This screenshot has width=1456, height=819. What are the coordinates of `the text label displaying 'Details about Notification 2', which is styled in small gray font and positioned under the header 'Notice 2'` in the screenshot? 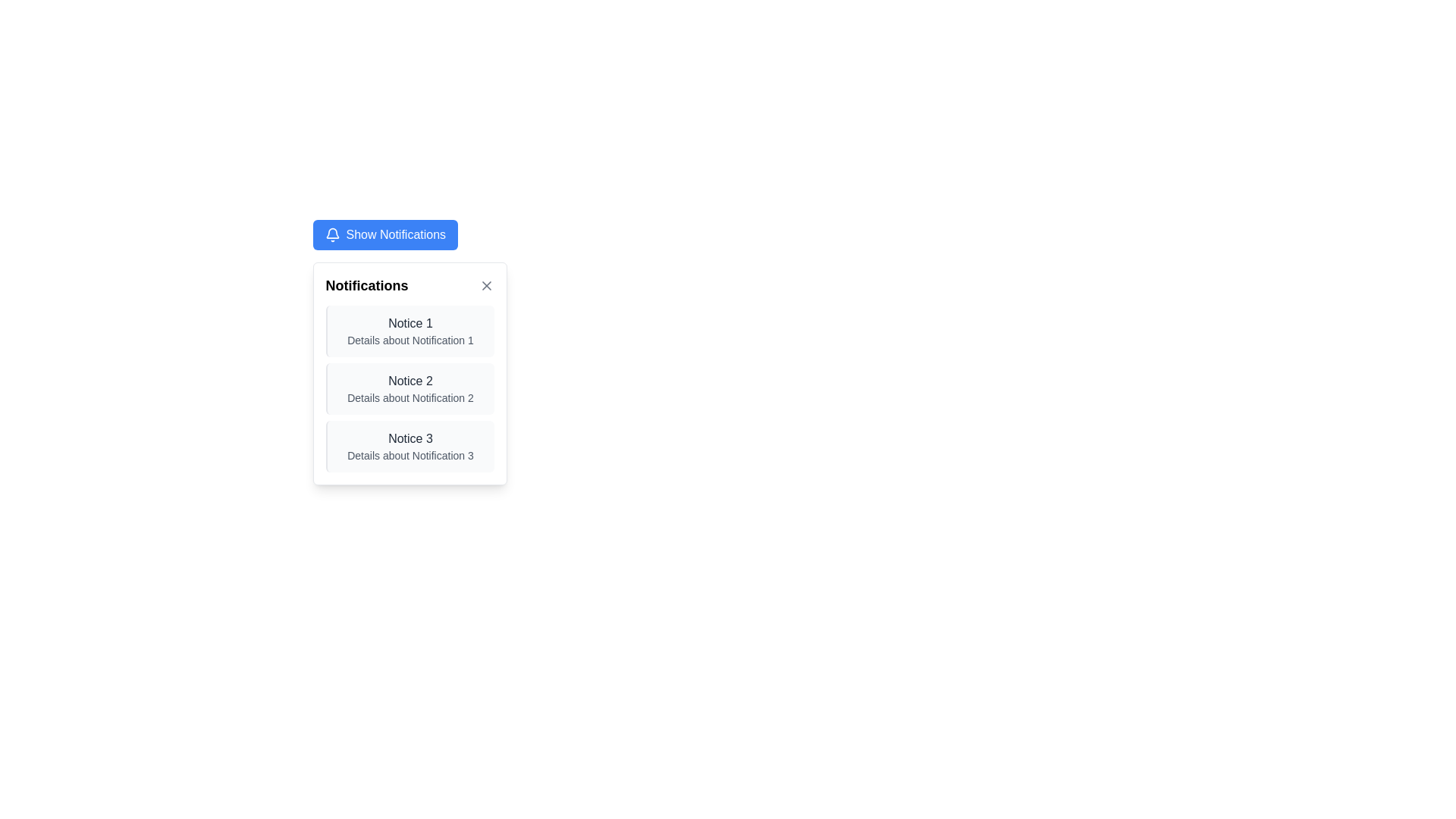 It's located at (410, 397).